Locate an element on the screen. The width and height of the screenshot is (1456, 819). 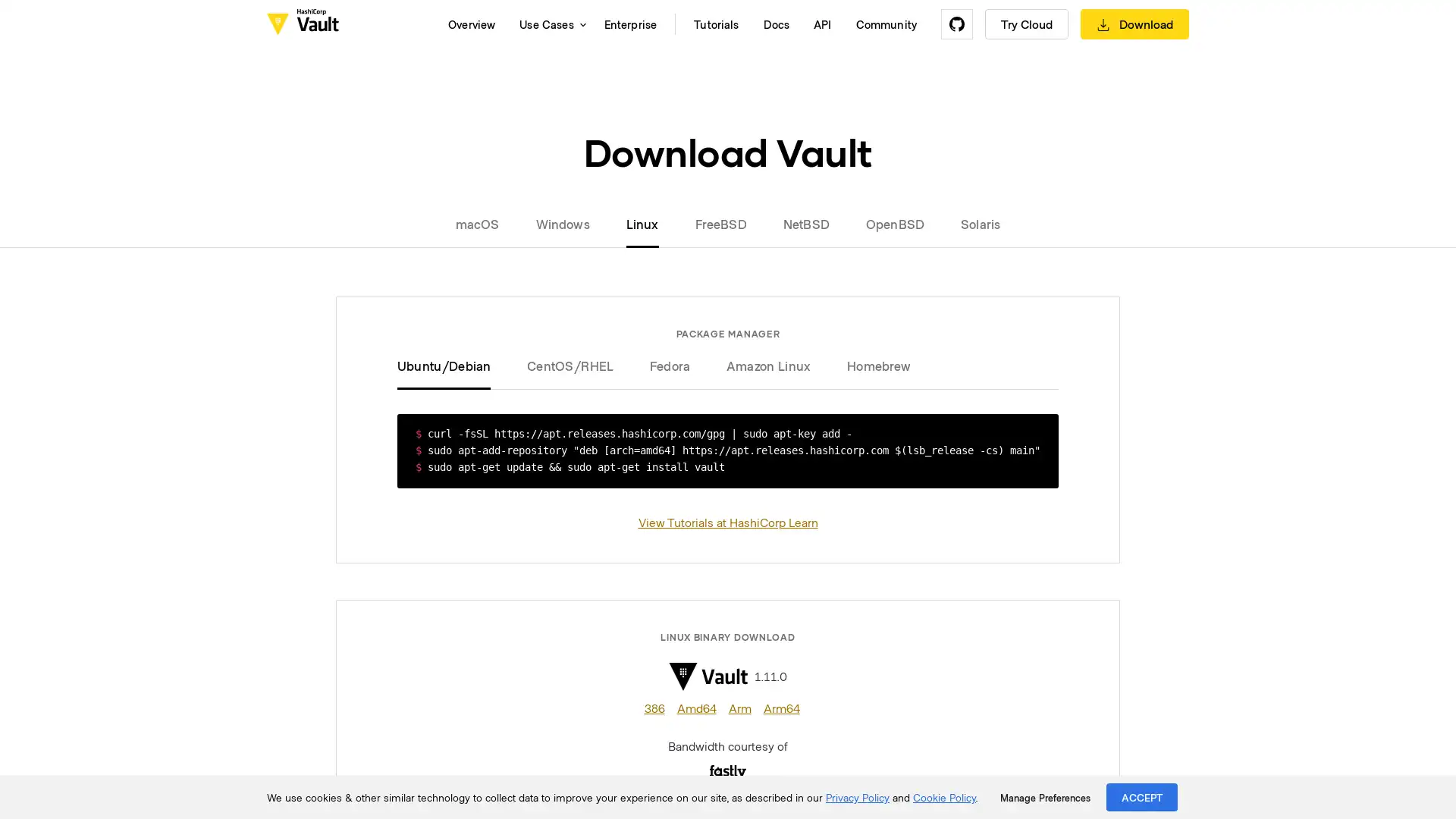
FreeBSD is located at coordinates (720, 223).